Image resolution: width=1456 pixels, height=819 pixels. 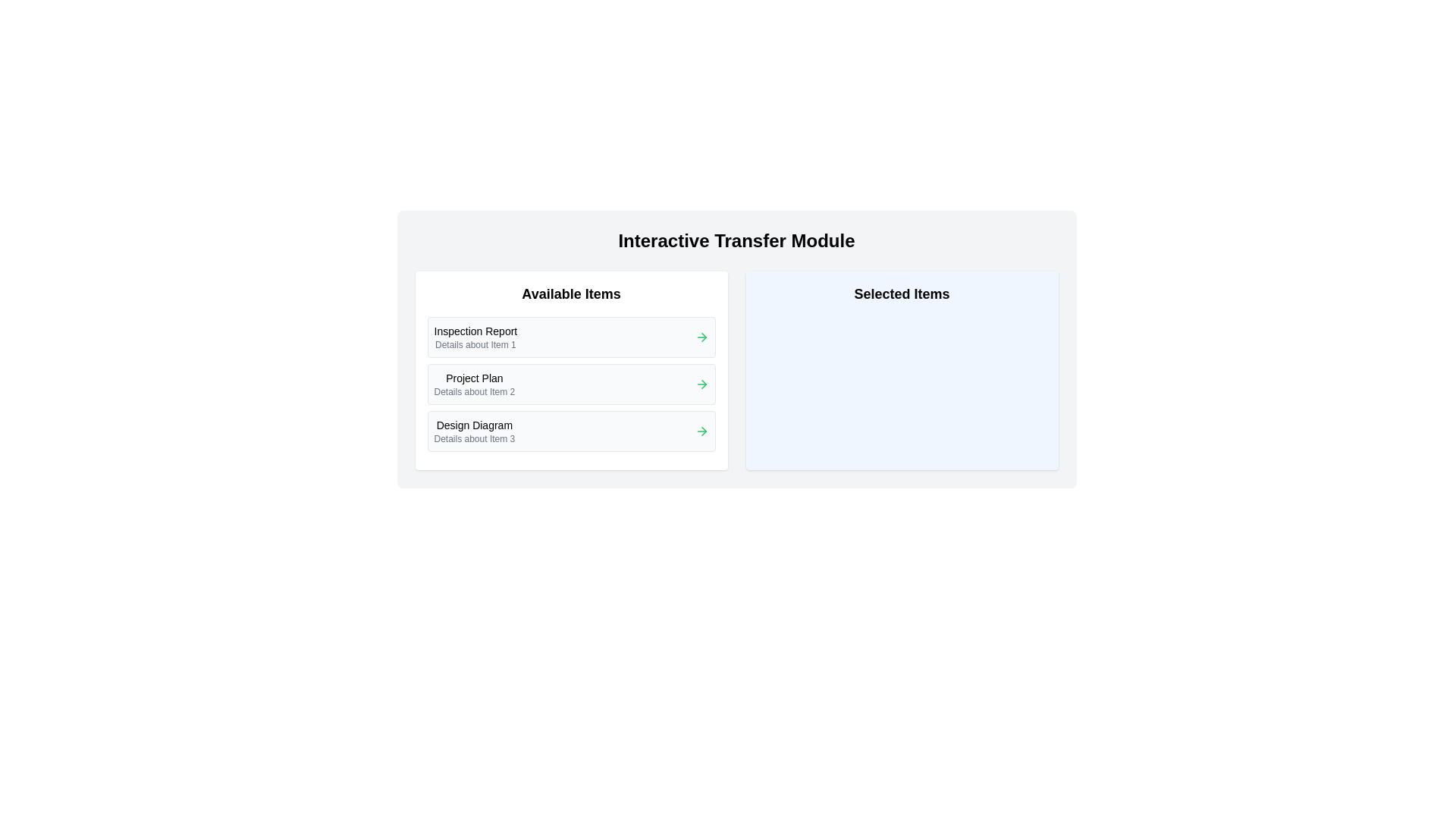 What do you see at coordinates (570, 383) in the screenshot?
I see `the second item in the 'Available Items' list, which represents the 'Project Plan'` at bounding box center [570, 383].